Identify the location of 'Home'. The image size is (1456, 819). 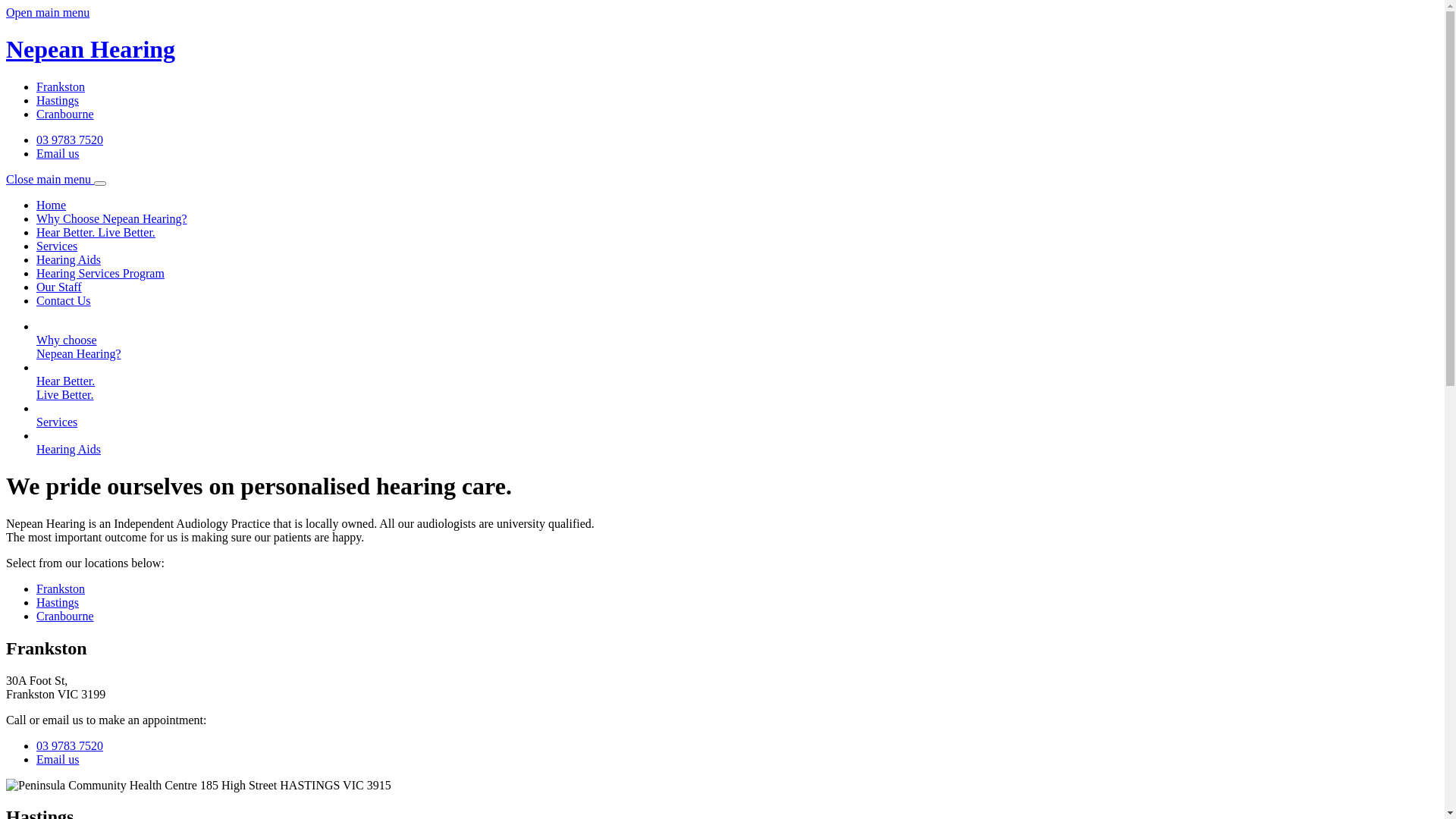
(51, 205).